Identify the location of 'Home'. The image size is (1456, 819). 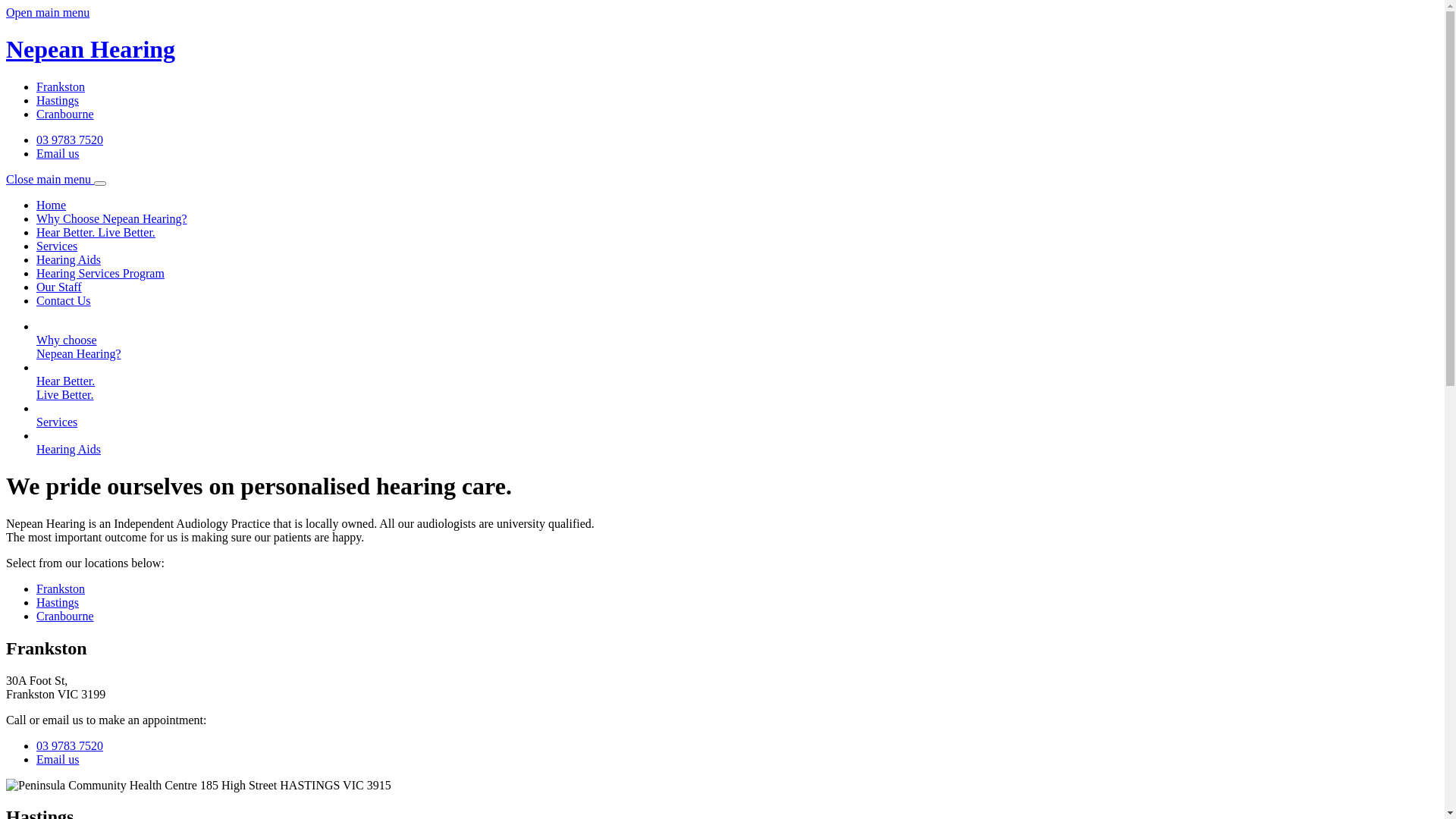
(51, 205).